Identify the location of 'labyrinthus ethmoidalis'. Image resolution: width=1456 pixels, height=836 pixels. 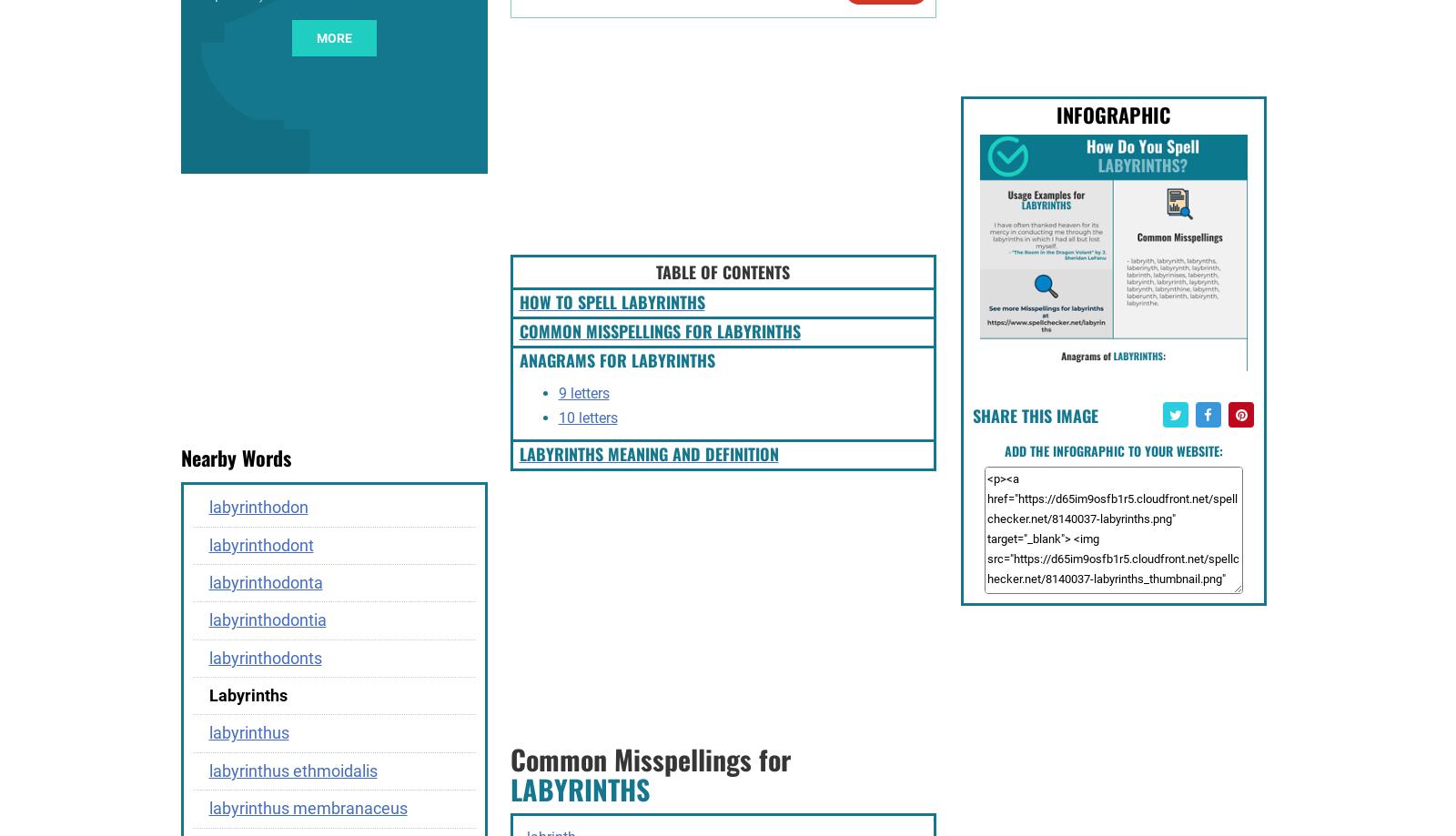
(292, 769).